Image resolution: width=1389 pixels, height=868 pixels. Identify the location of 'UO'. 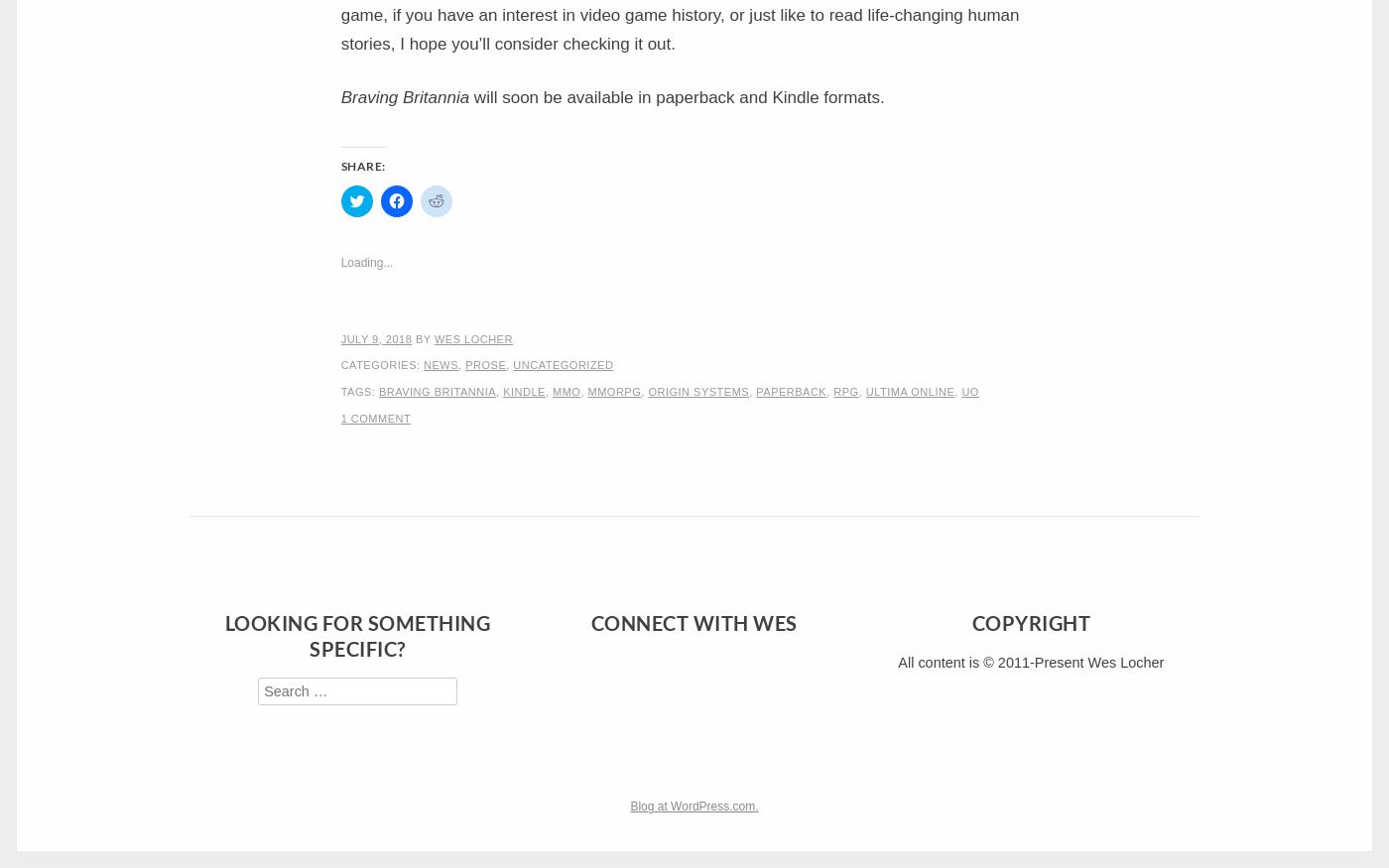
(969, 390).